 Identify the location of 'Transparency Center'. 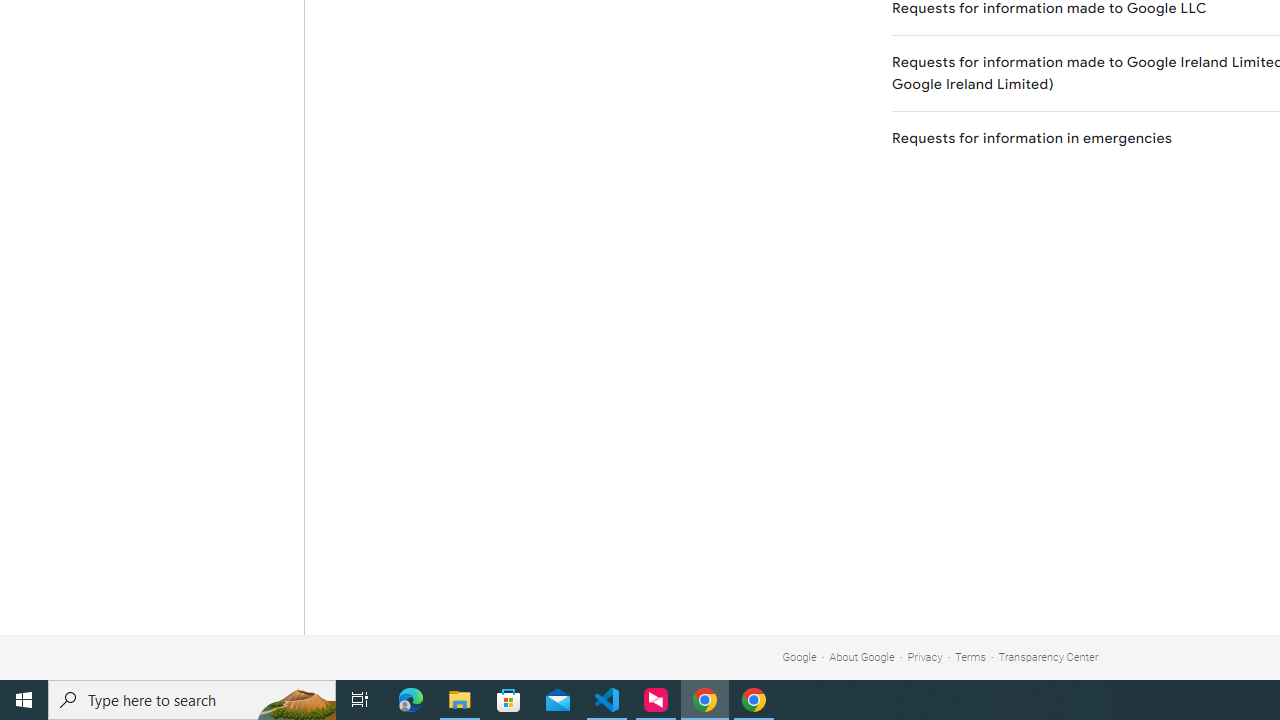
(1047, 657).